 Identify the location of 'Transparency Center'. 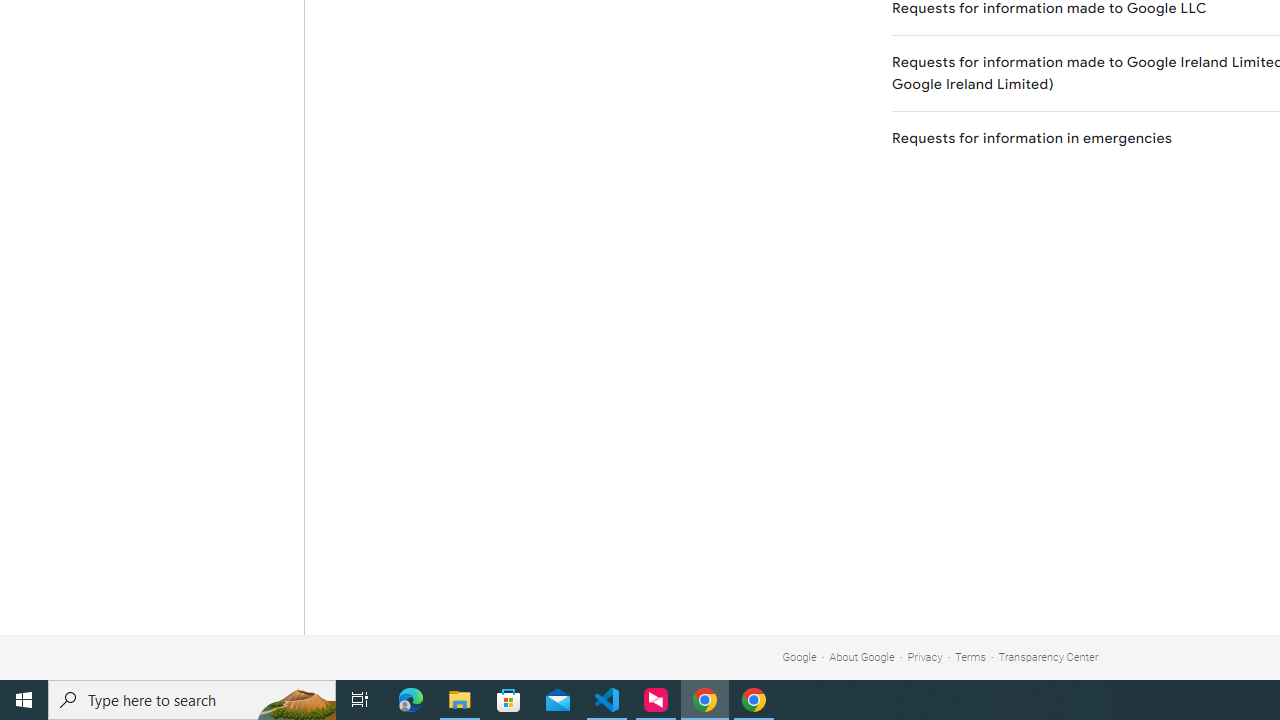
(1047, 657).